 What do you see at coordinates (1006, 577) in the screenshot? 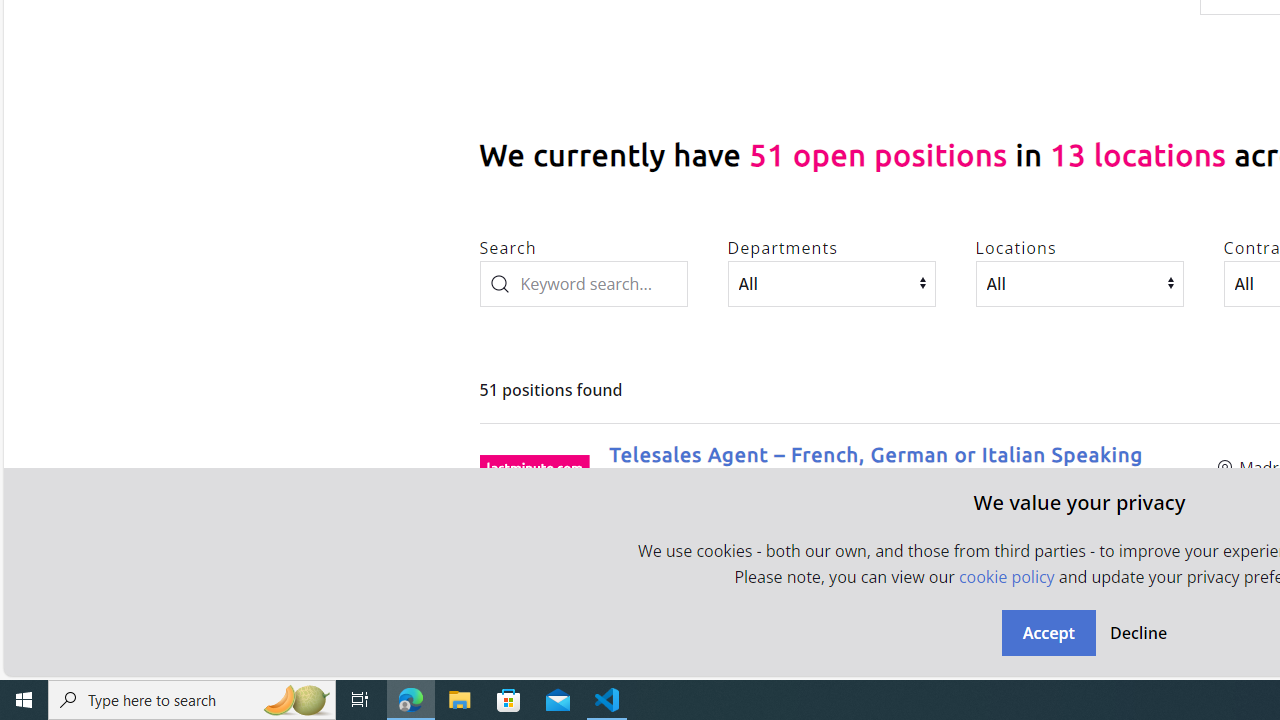
I see `'cookie policy'` at bounding box center [1006, 577].